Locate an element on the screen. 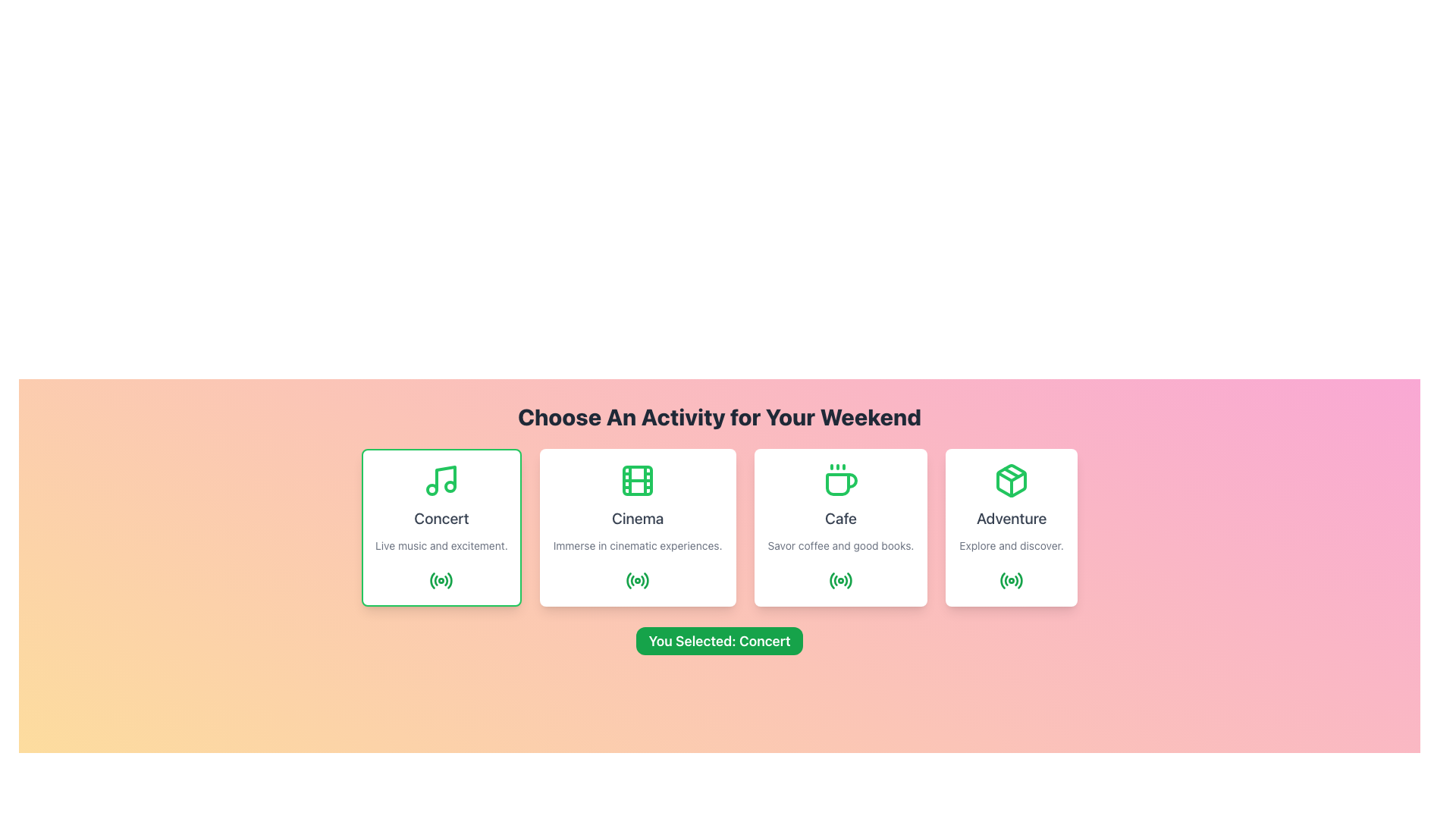 This screenshot has width=1456, height=819. the 'Concert' Text Label, which serves as a header in the green-bordered card, positioned above the text 'Live music and excitement.' is located at coordinates (441, 517).